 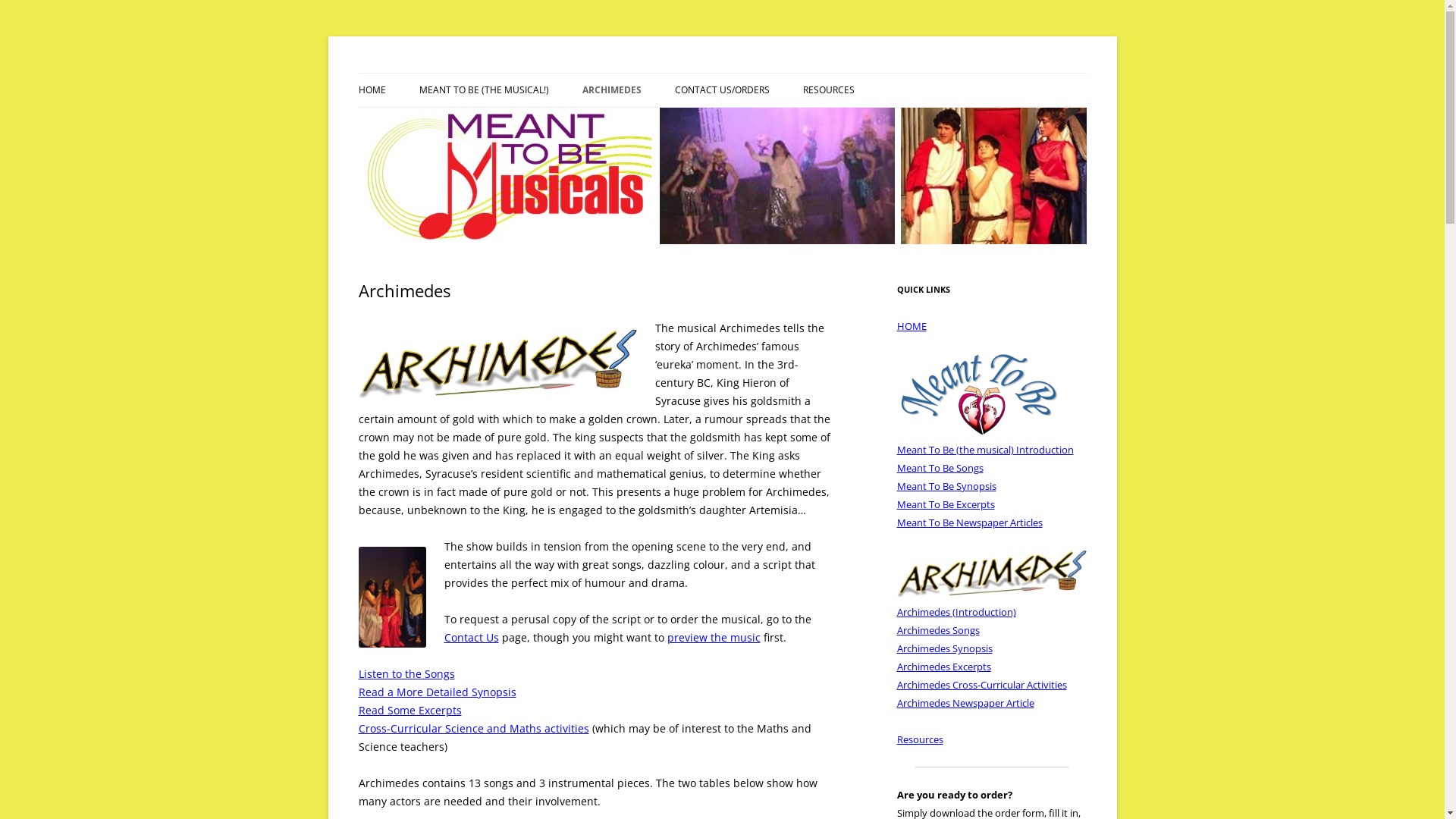 I want to click on 'Meant To Be Synopsis', so click(x=945, y=485).